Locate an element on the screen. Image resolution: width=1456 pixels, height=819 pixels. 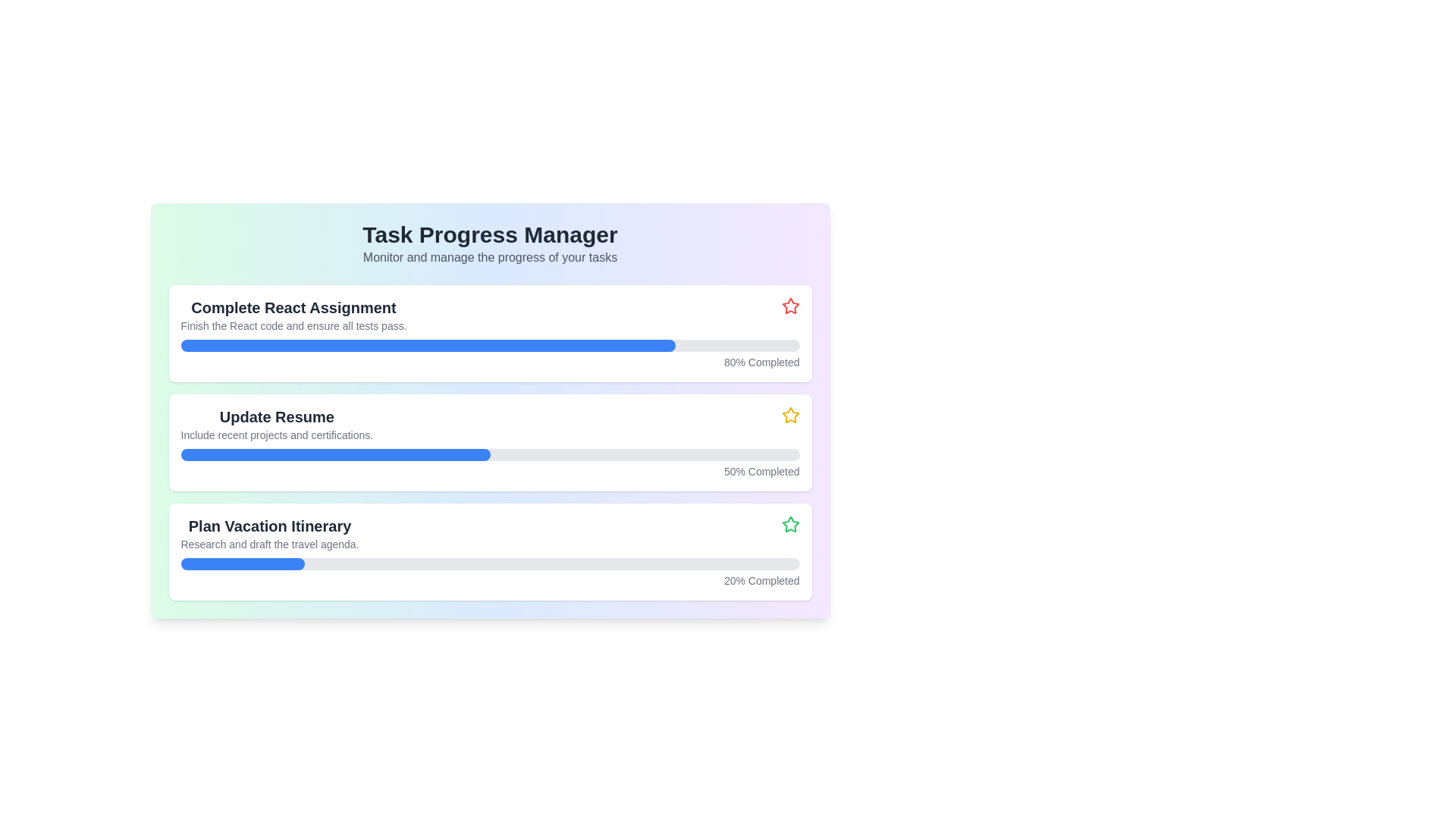
text element displaying 'Research and draft the travel agenda.' located below the 'Plan Vacation Itinerary' in the third task card is located at coordinates (269, 543).